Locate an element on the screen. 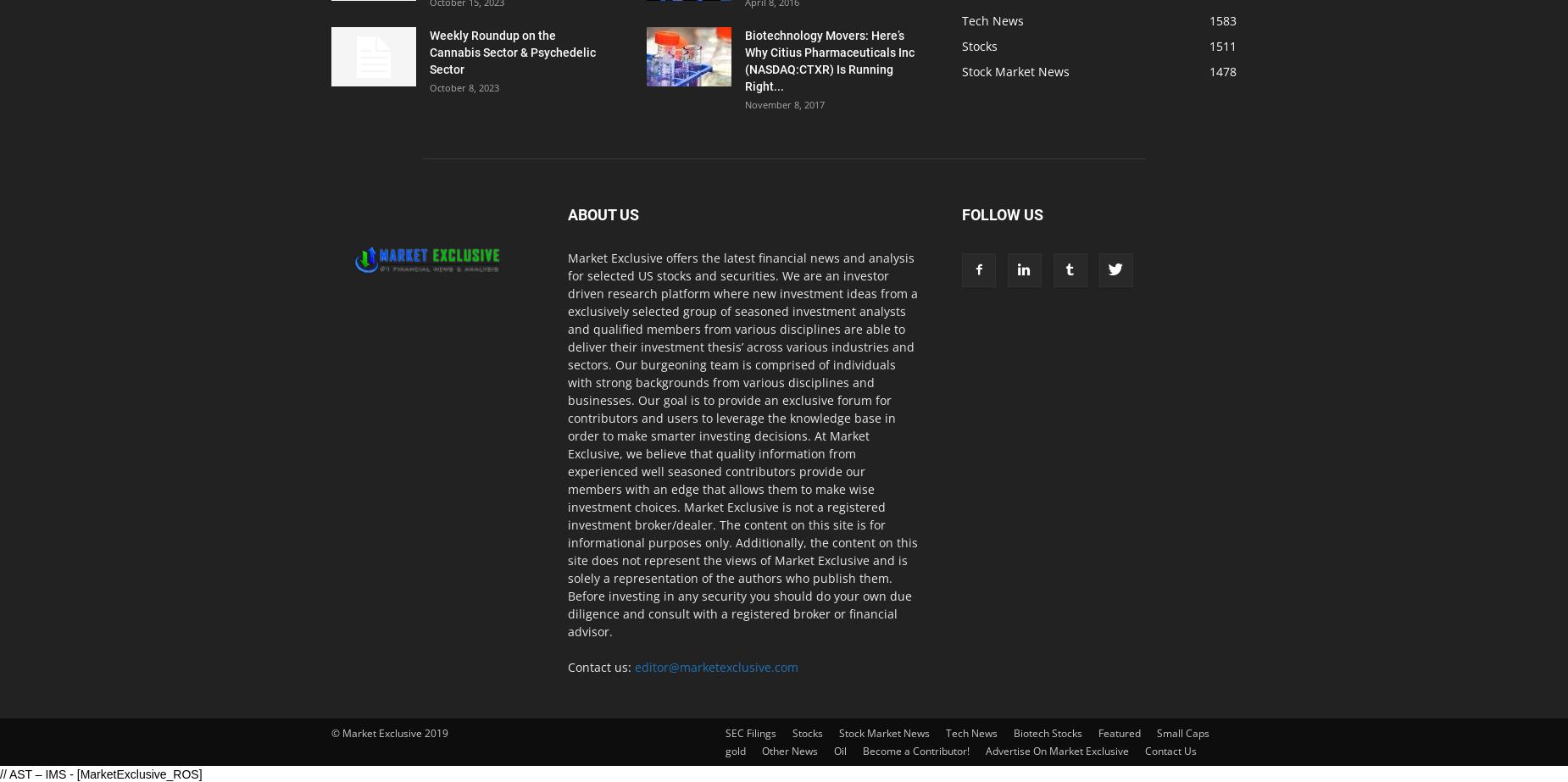 The width and height of the screenshot is (1568, 782). 'Stock Market News' is located at coordinates (1015, 71).